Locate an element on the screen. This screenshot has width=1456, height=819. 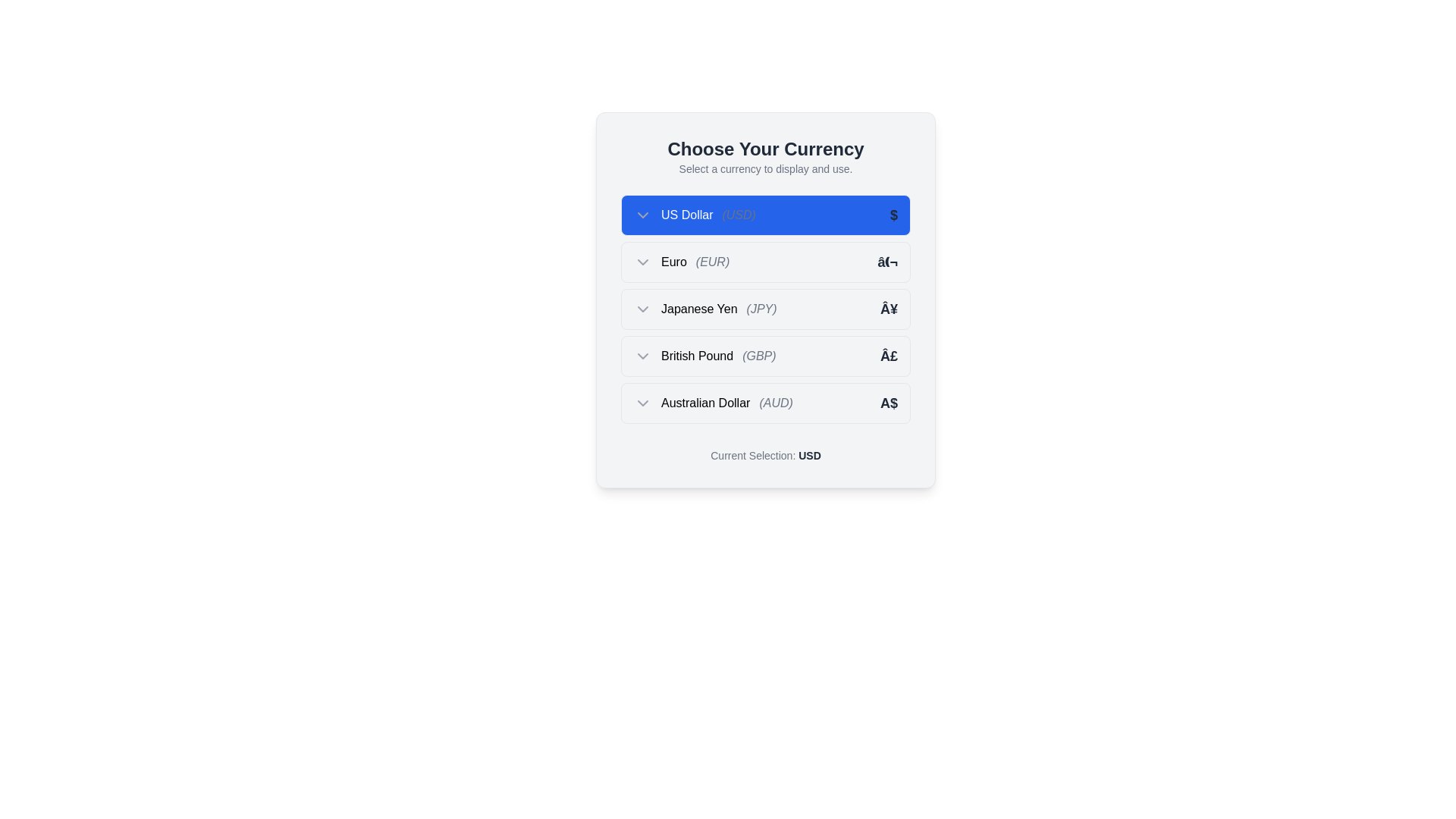
or read the currency symbol indicator for the Australian Dollar (AUD) located at the far right of the '(AUD)' entry in the dropdown list is located at coordinates (889, 403).